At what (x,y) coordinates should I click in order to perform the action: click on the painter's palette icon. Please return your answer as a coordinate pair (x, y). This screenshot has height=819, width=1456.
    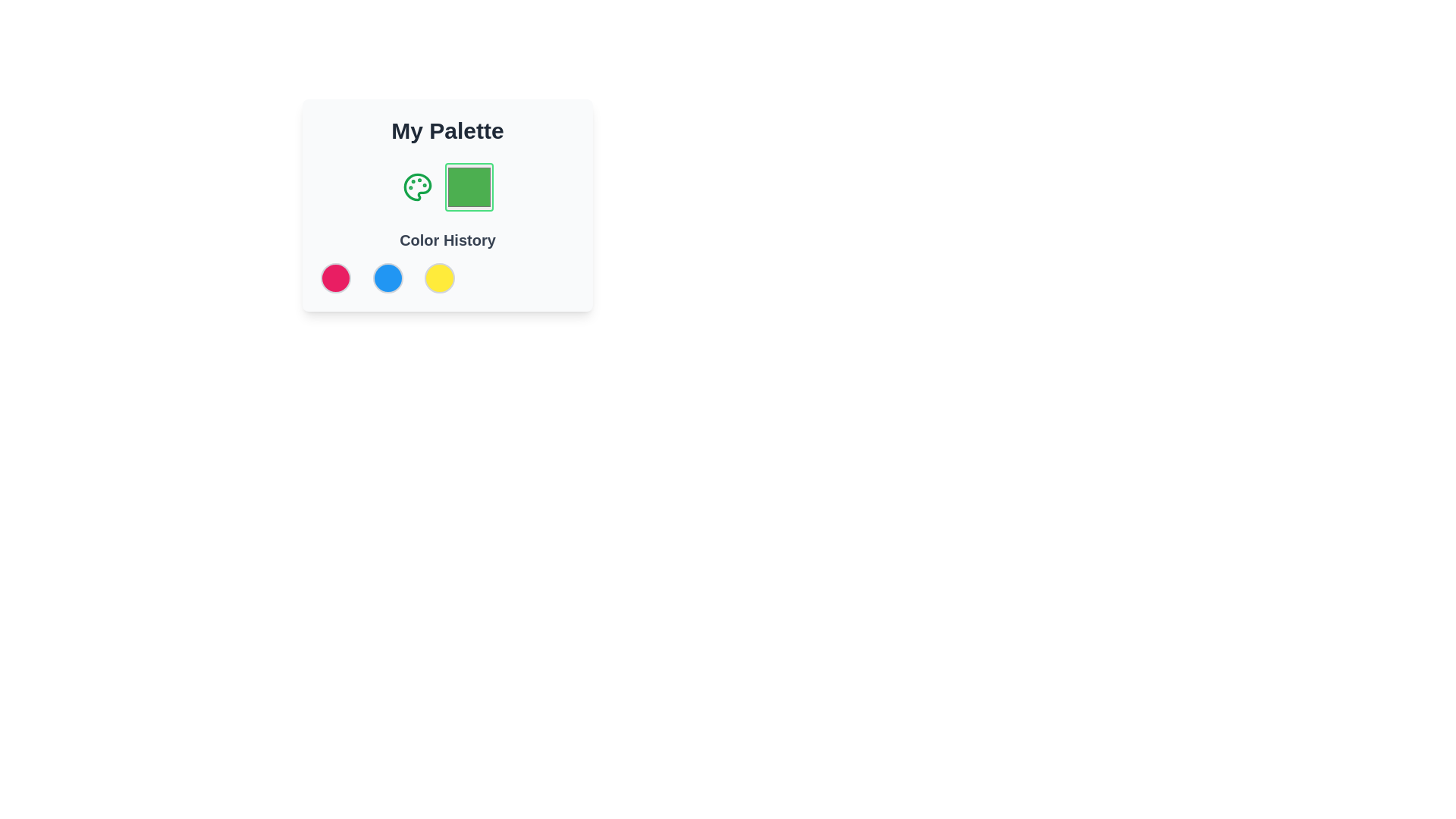
    Looking at the image, I should click on (417, 186).